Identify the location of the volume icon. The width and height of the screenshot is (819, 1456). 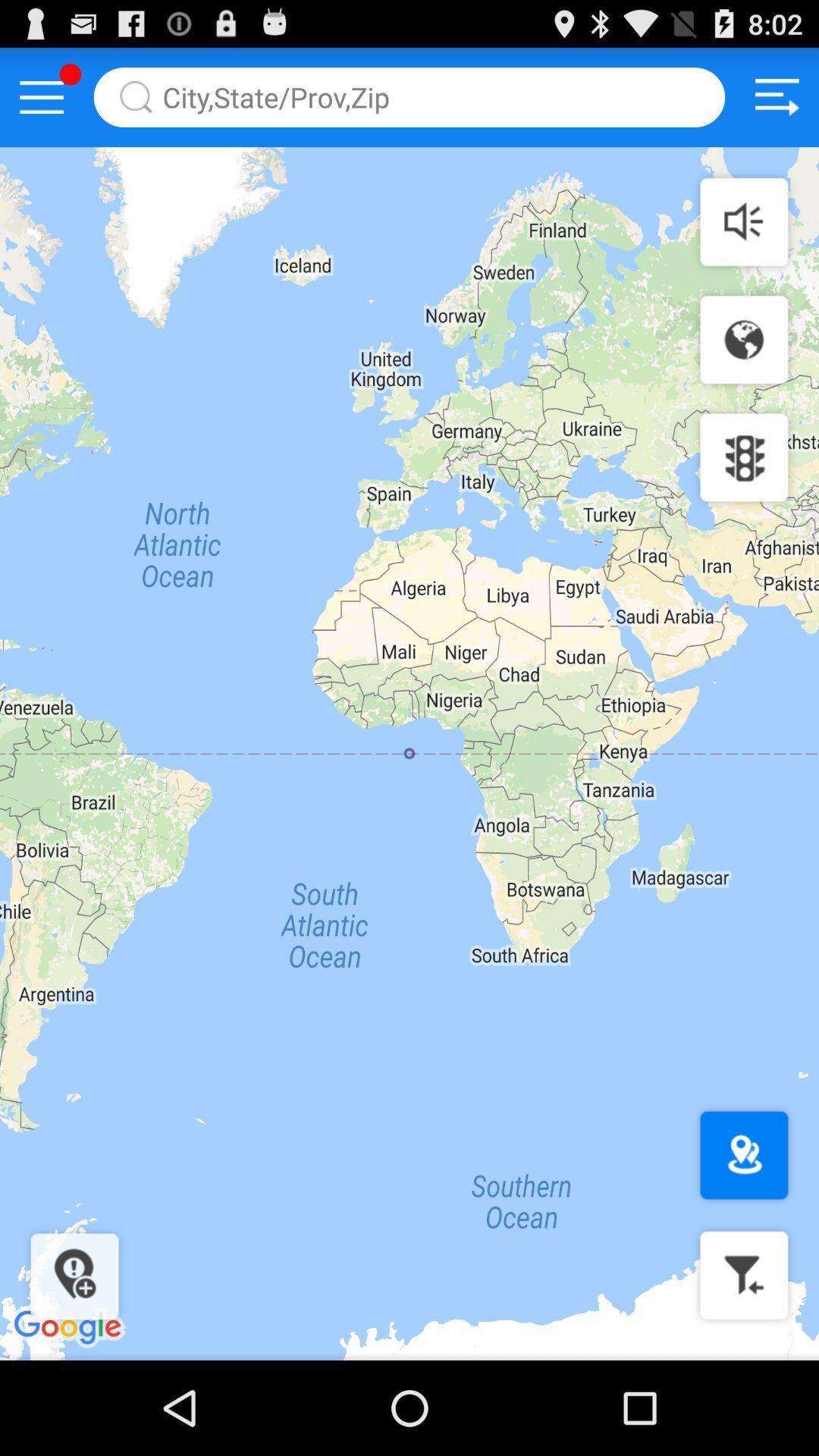
(743, 237).